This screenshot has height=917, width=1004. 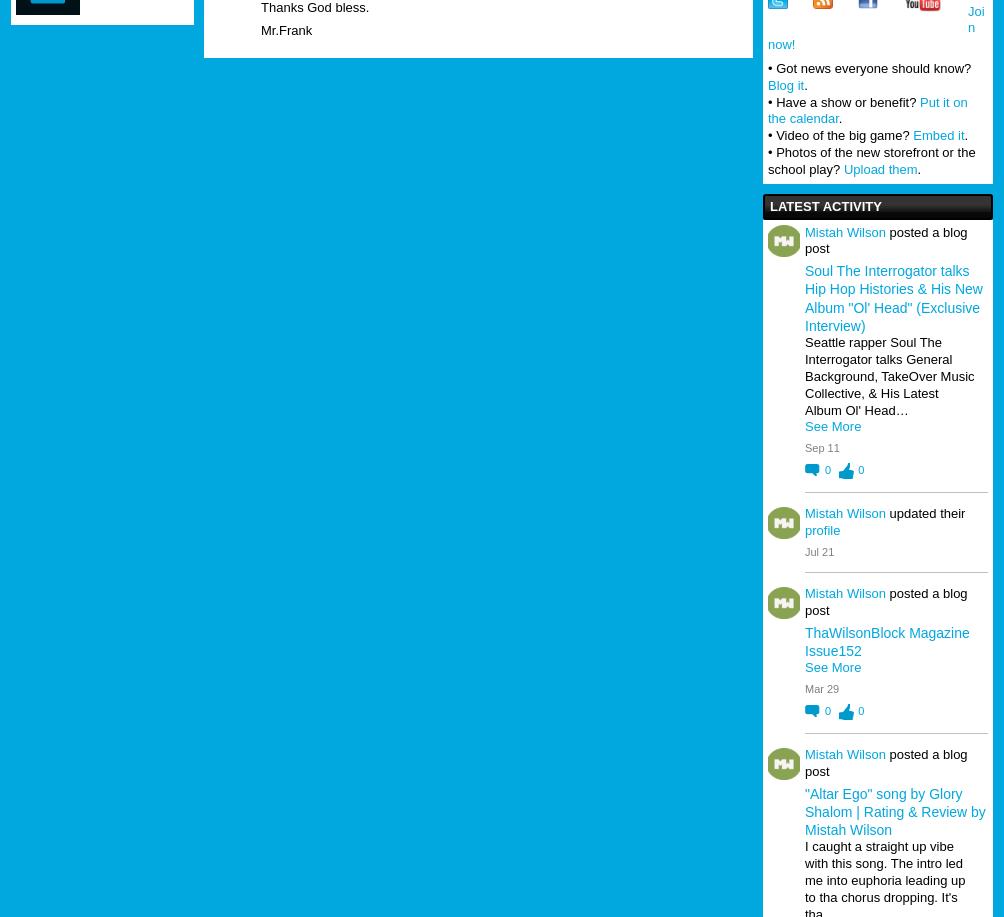 I want to click on 'Thanks God bless.', so click(x=314, y=7).